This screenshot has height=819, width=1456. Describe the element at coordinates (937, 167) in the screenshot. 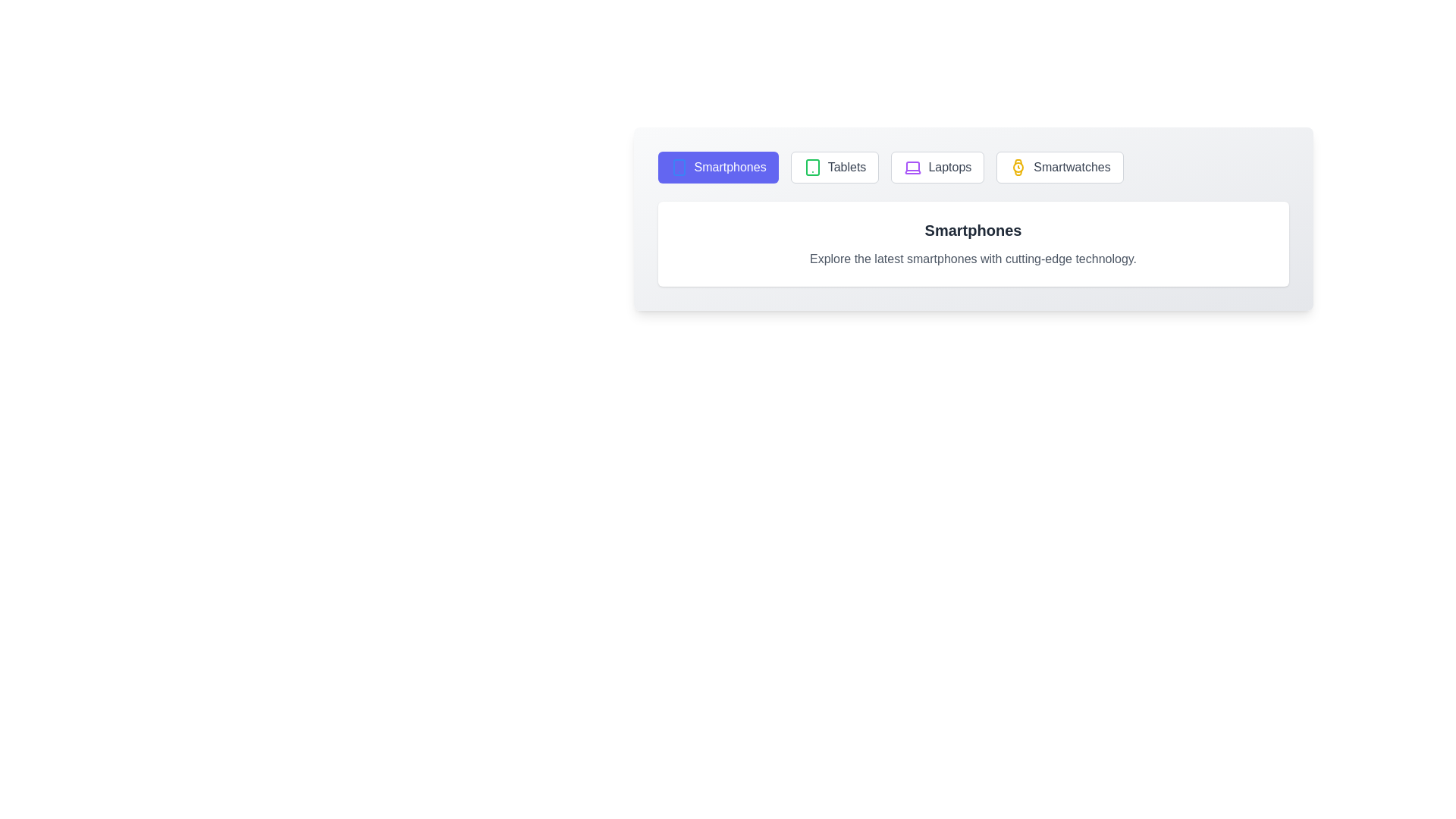

I see `the tab labeled Laptops to switch to its respective section` at that location.